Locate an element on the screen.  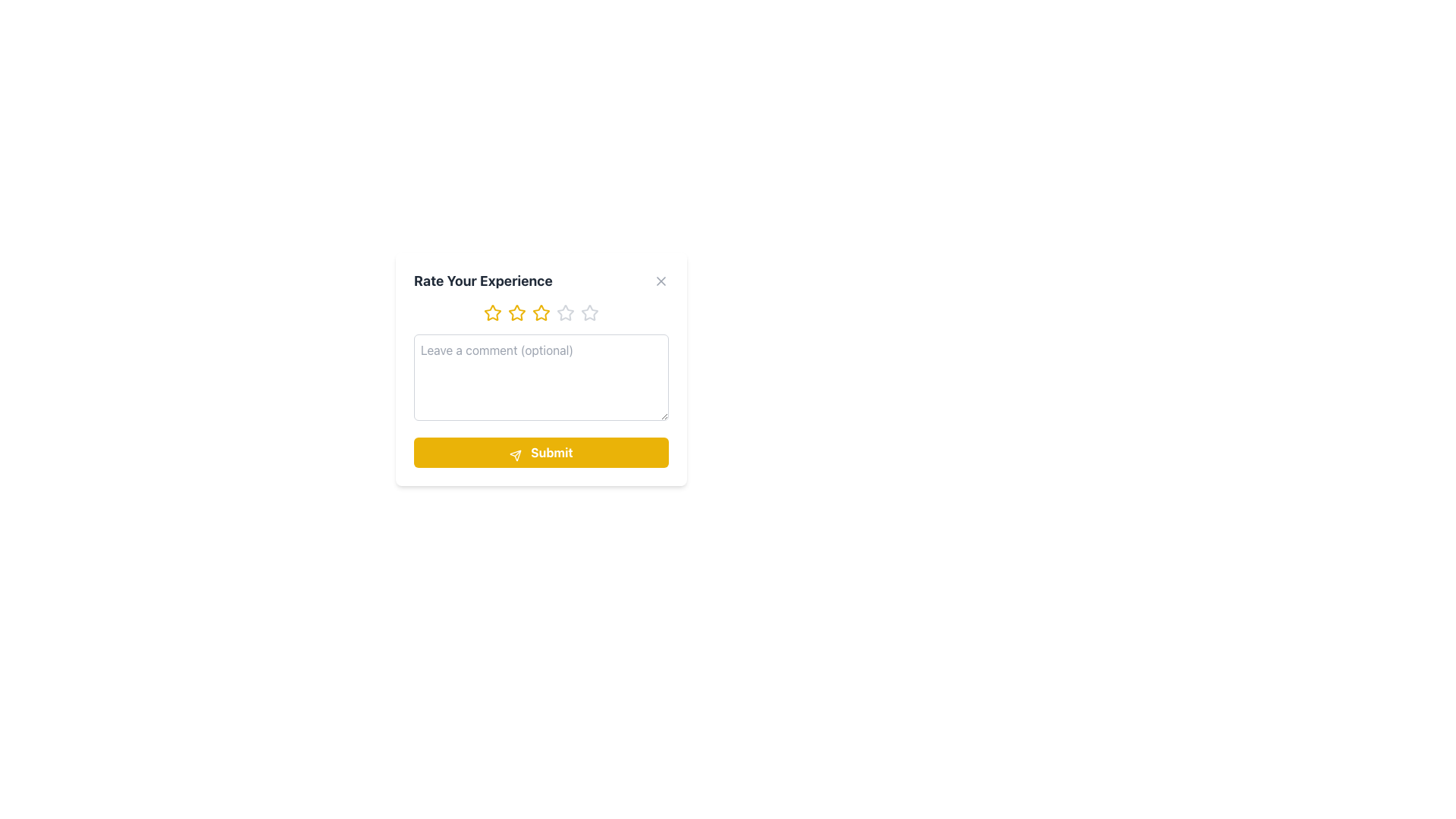
the fifth rating star icon button is located at coordinates (541, 312).